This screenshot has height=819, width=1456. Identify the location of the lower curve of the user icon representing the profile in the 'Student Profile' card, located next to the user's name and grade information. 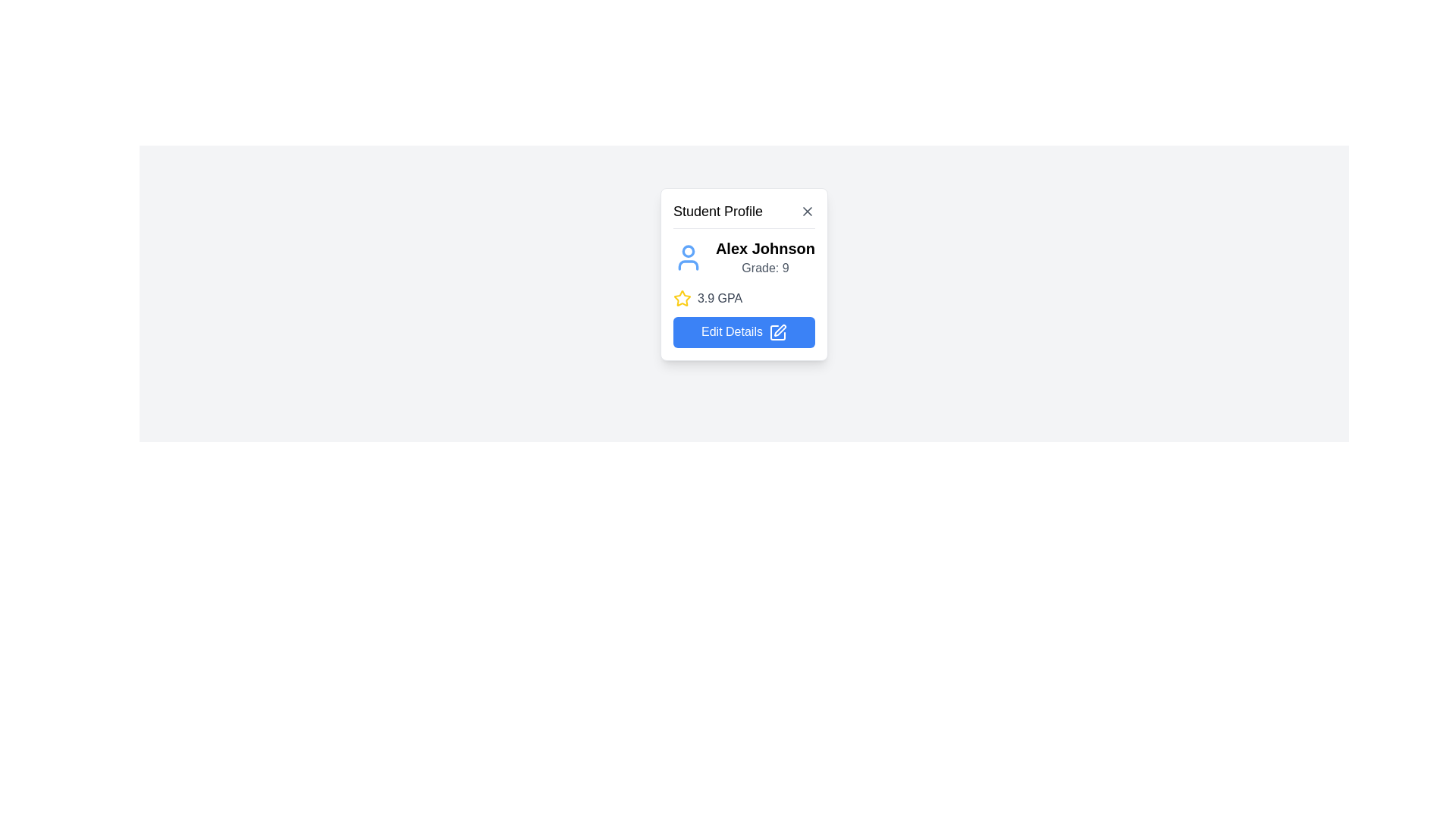
(687, 265).